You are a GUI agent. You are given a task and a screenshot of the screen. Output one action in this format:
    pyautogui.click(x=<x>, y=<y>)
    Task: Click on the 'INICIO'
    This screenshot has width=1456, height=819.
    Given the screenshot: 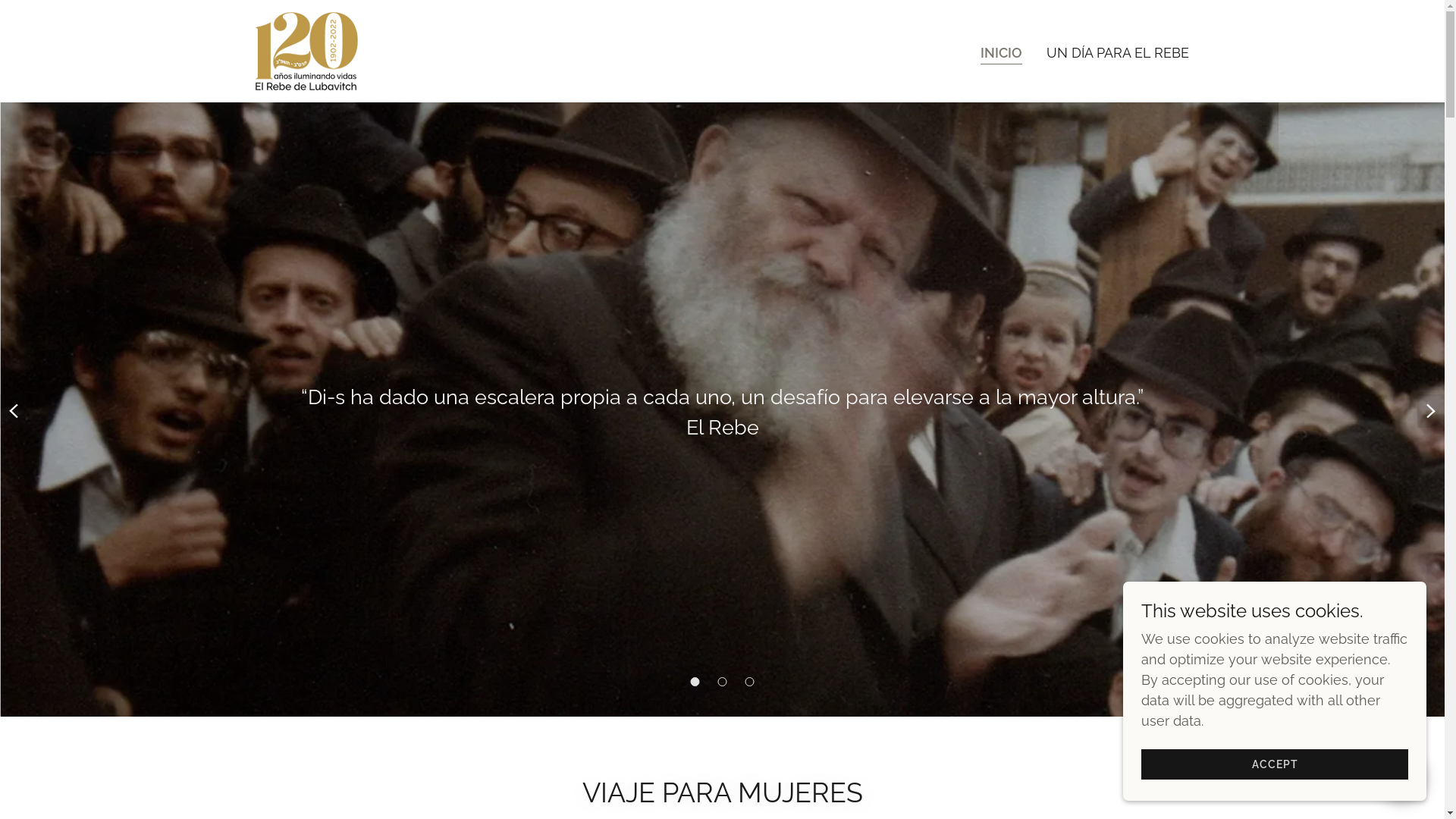 What is the action you would take?
    pyautogui.click(x=980, y=53)
    